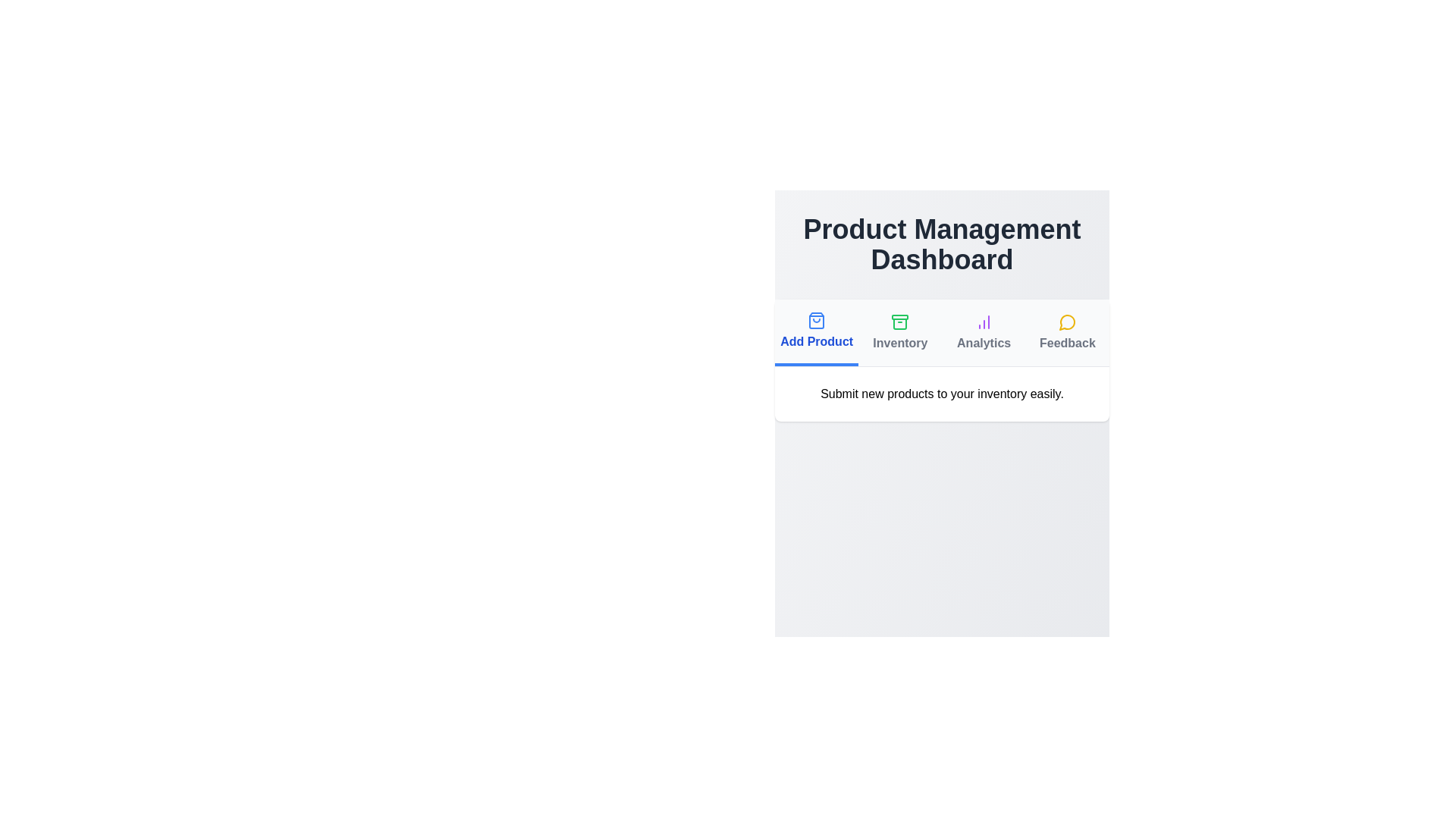 This screenshot has width=1456, height=819. I want to click on the analytics graphical icon, which is the third item in a horizontal row of four icons, positioned between the 'Inventory' and 'Feedback' icons, so click(984, 321).